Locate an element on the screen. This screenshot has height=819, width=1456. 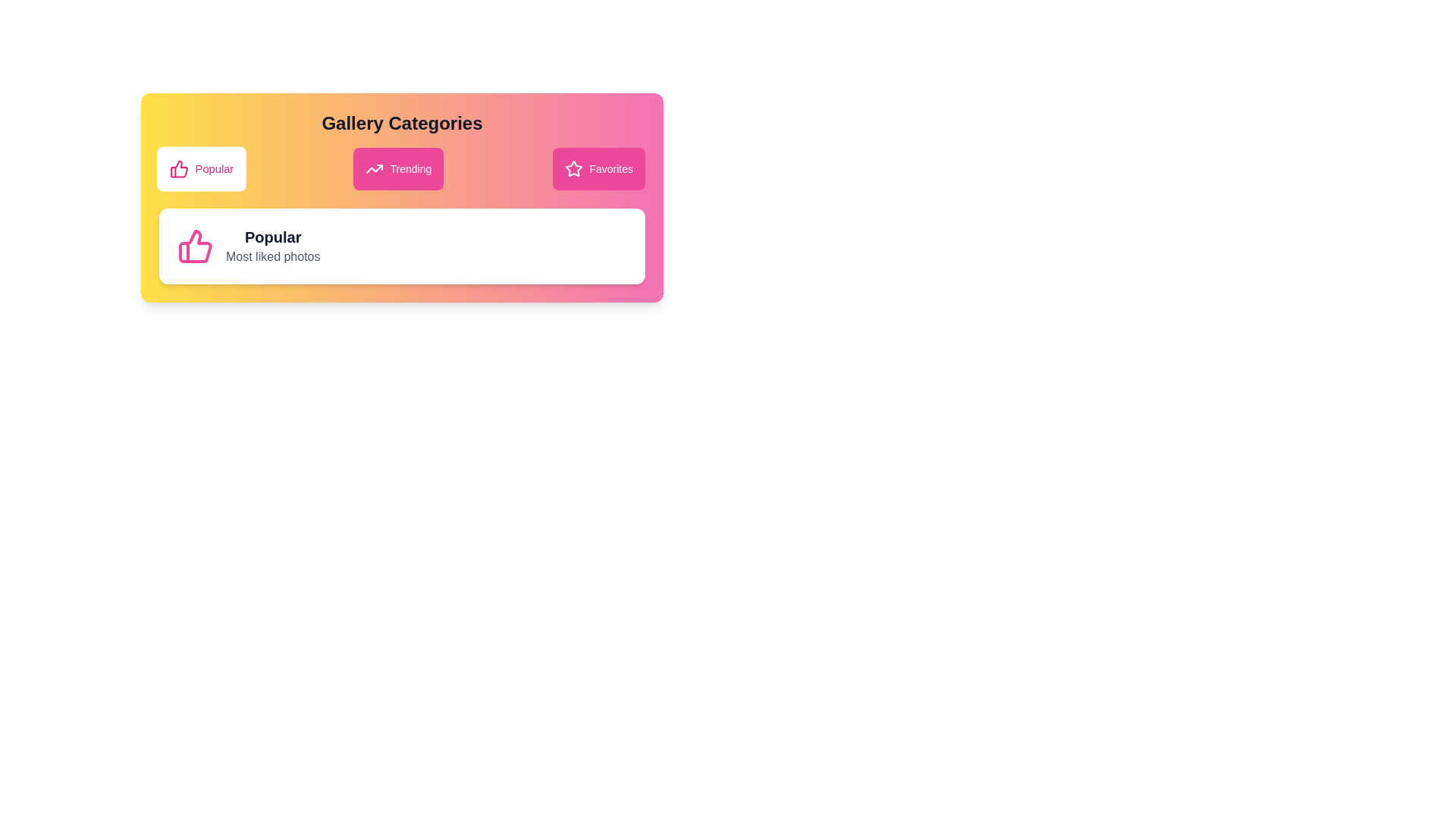
styling of the 'Favorites' text label, which is rendered in white on a pink background and is part of a button-like component adjacent to a star icon is located at coordinates (611, 169).